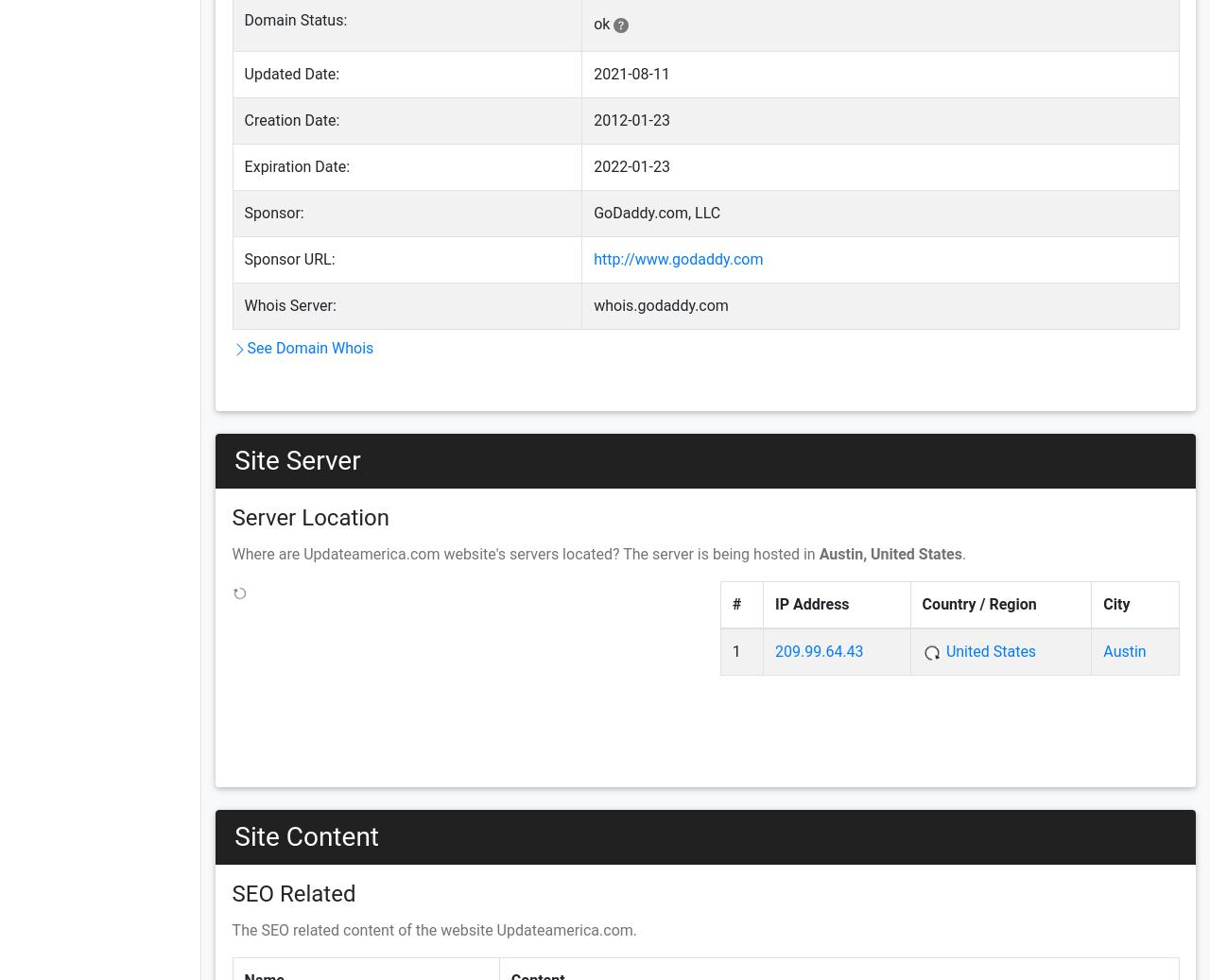 The height and width of the screenshot is (980, 1210). What do you see at coordinates (306, 835) in the screenshot?
I see `'Site Content'` at bounding box center [306, 835].